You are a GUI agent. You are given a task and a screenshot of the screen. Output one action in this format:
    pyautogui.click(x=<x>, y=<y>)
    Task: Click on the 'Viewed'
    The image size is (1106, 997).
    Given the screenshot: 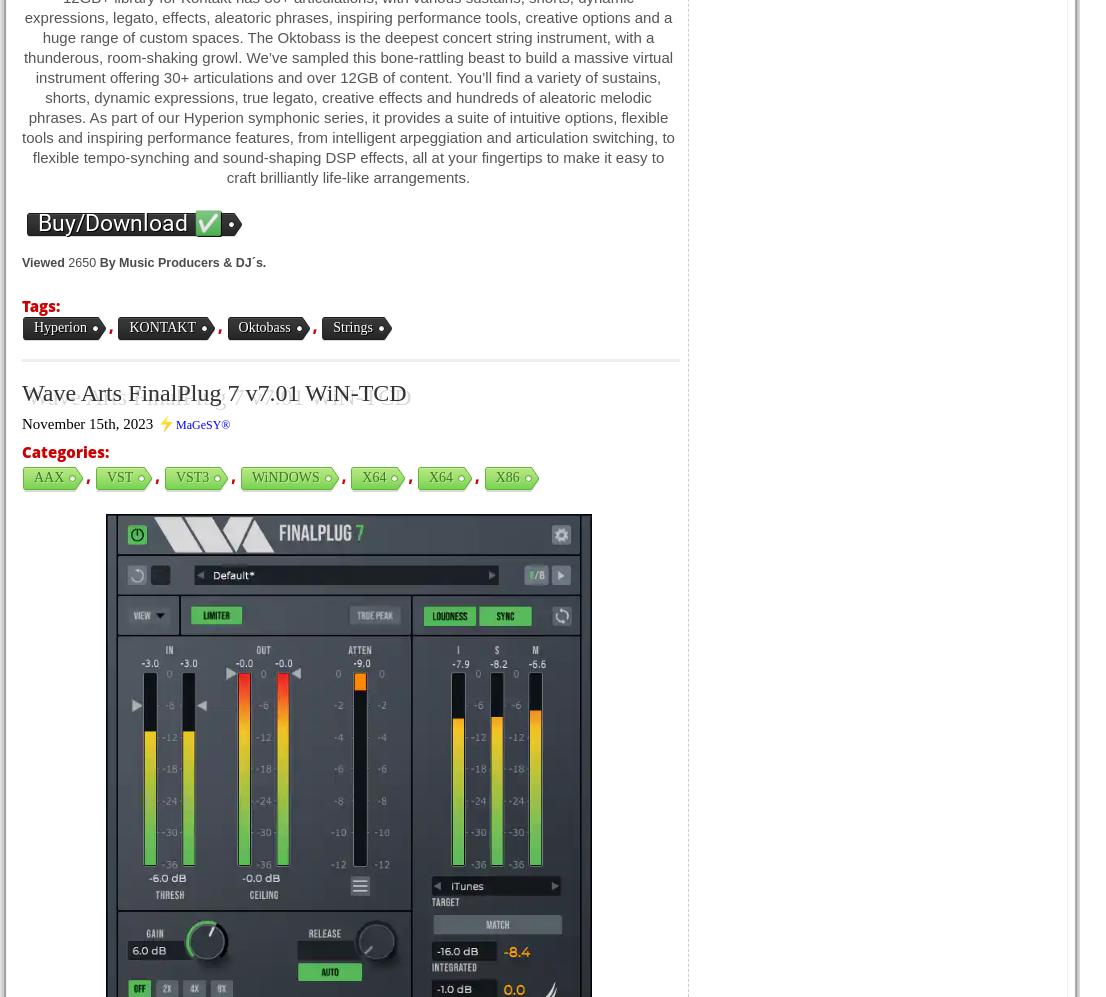 What is the action you would take?
    pyautogui.click(x=22, y=262)
    